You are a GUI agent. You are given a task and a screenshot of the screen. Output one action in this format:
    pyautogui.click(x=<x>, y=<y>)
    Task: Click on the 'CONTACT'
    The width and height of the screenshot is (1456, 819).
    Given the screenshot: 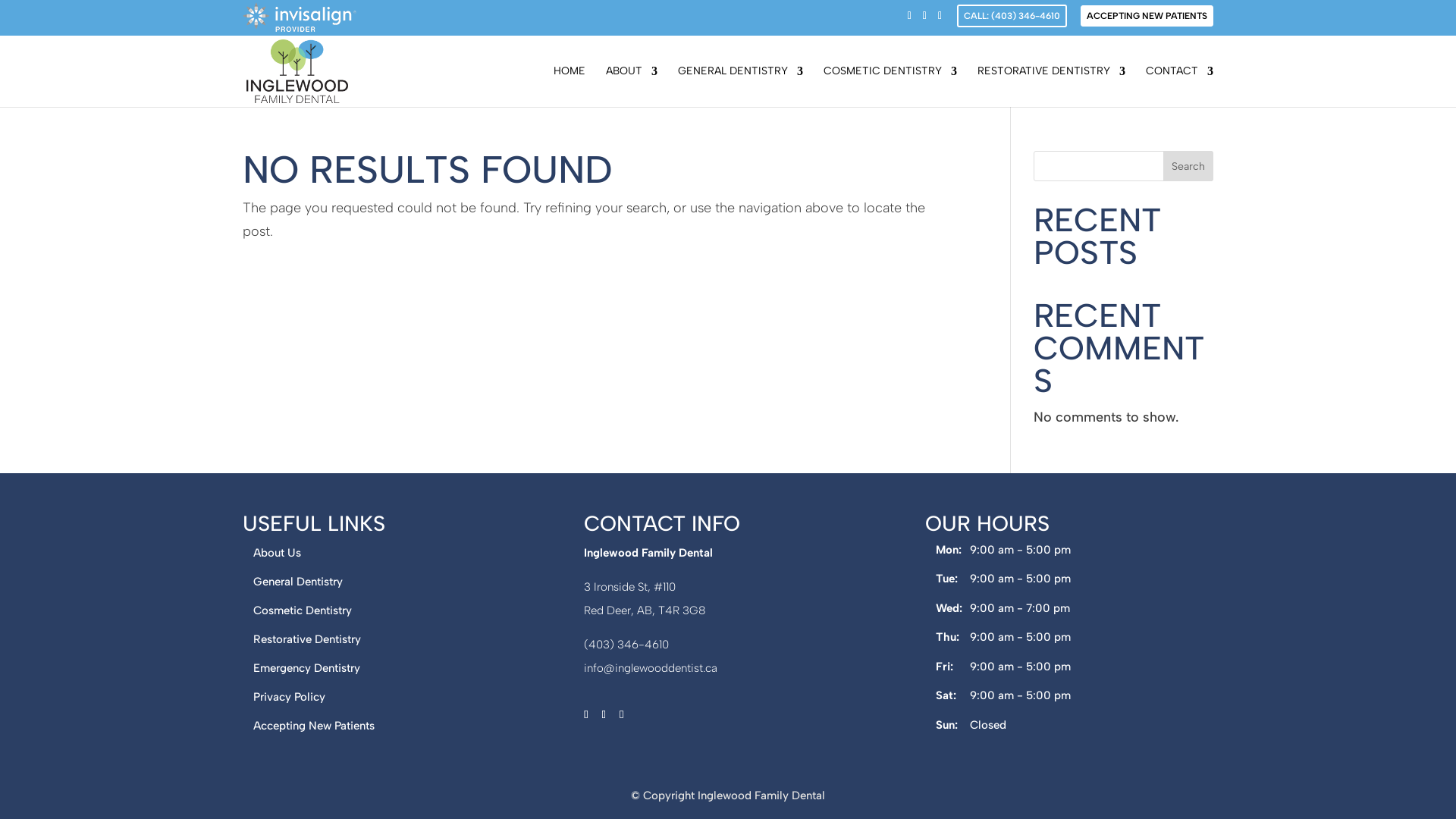 What is the action you would take?
    pyautogui.click(x=1178, y=86)
    